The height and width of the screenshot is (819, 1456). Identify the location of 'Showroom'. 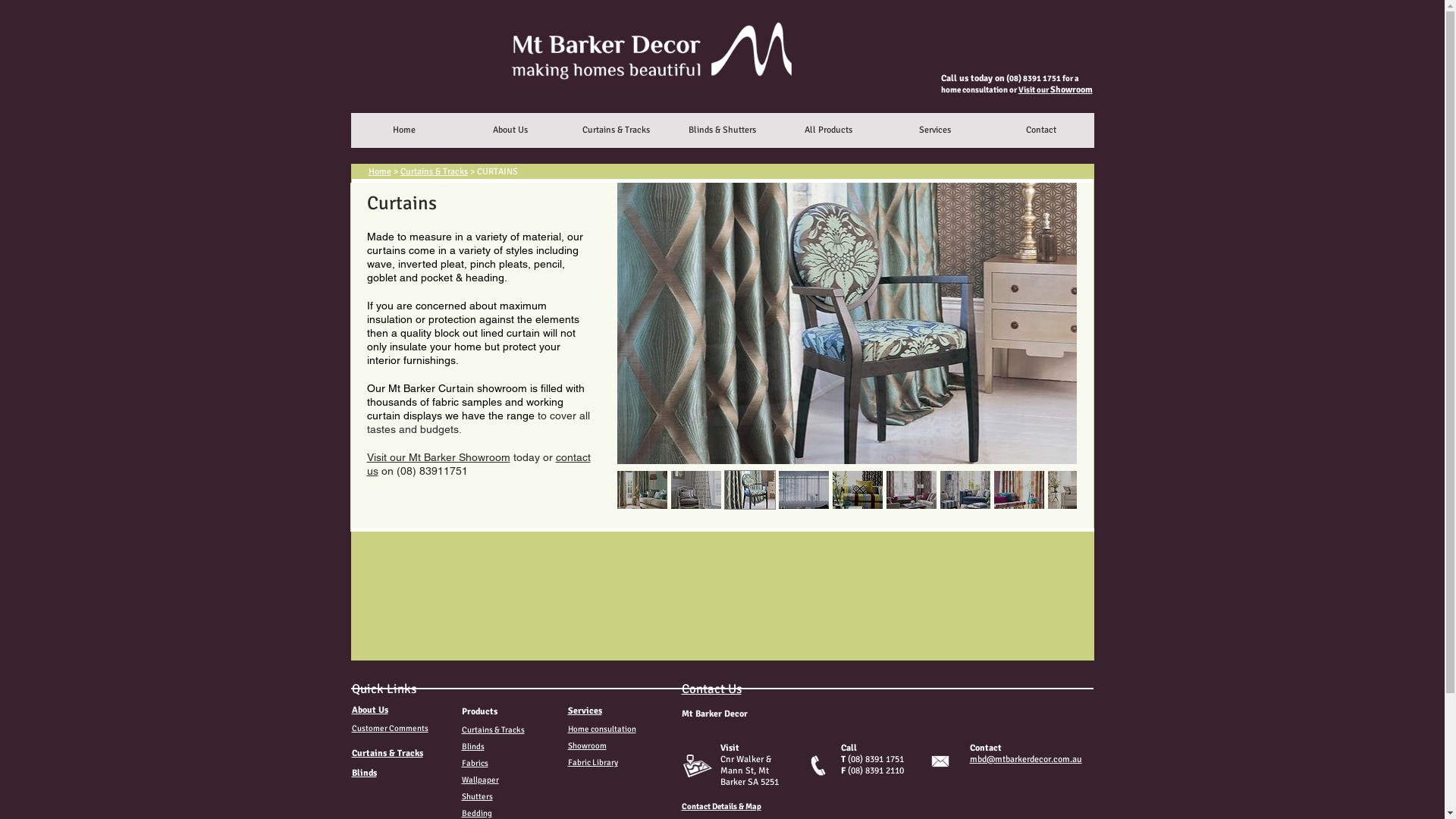
(585, 745).